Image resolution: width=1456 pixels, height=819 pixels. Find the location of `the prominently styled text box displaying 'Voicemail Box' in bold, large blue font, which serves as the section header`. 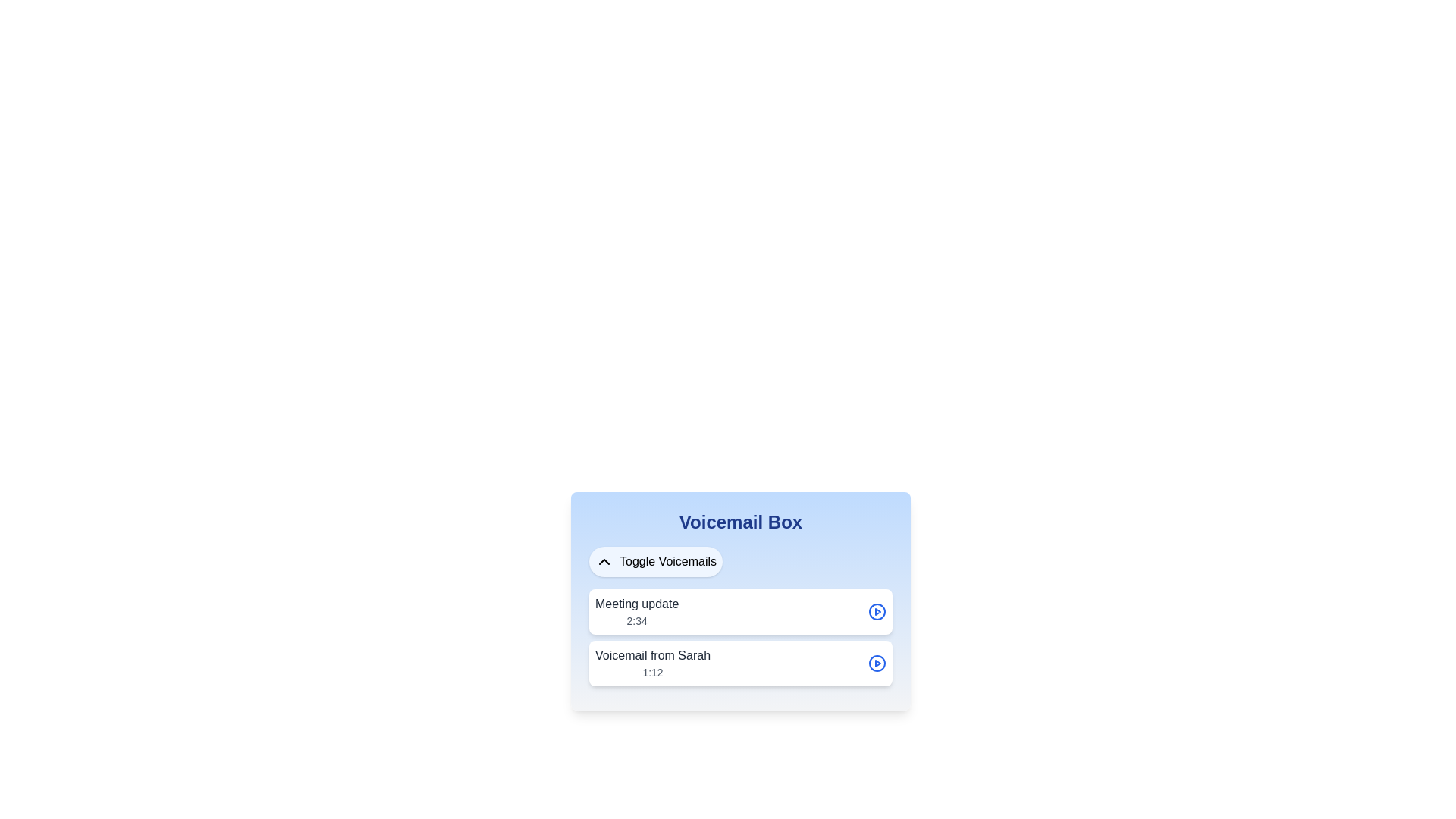

the prominently styled text box displaying 'Voicemail Box' in bold, large blue font, which serves as the section header is located at coordinates (741, 522).